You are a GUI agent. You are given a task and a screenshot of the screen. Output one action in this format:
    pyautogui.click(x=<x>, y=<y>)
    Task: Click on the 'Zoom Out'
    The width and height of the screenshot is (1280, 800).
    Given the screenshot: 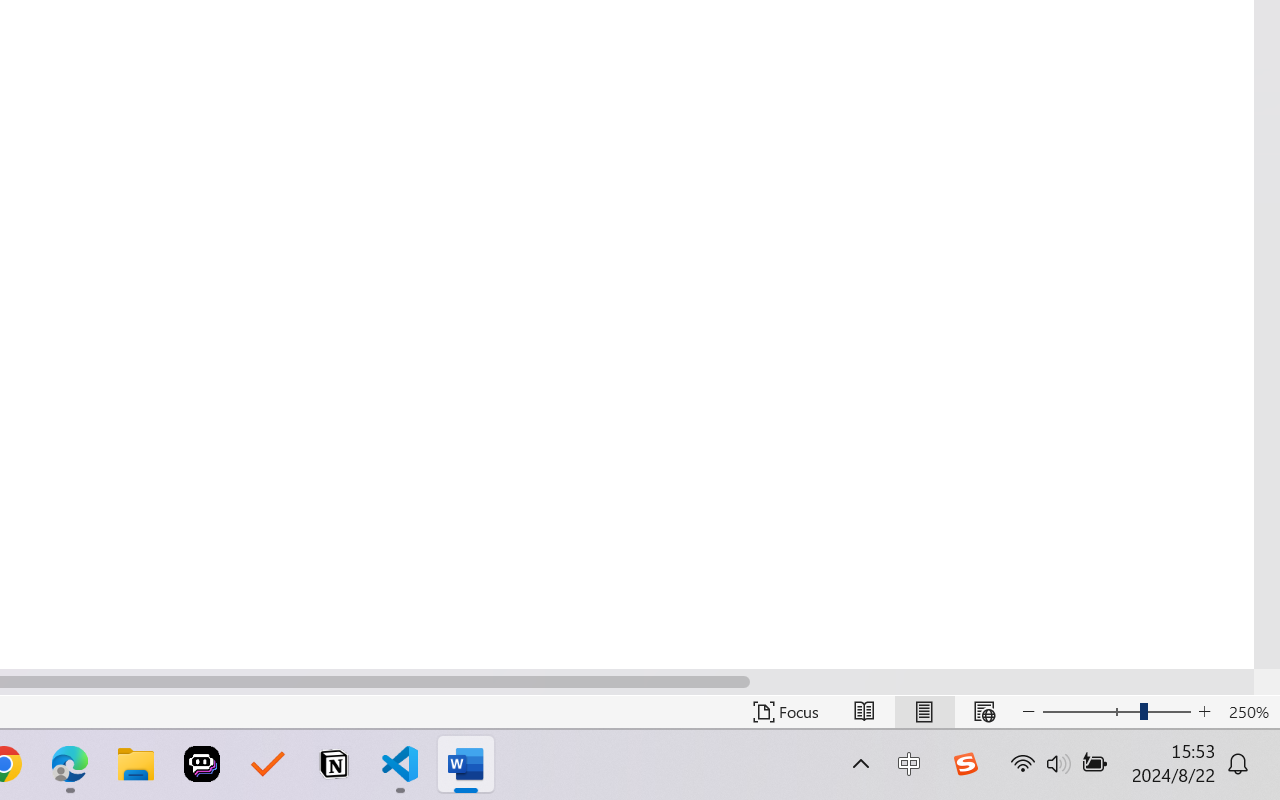 What is the action you would take?
    pyautogui.click(x=1076, y=711)
    